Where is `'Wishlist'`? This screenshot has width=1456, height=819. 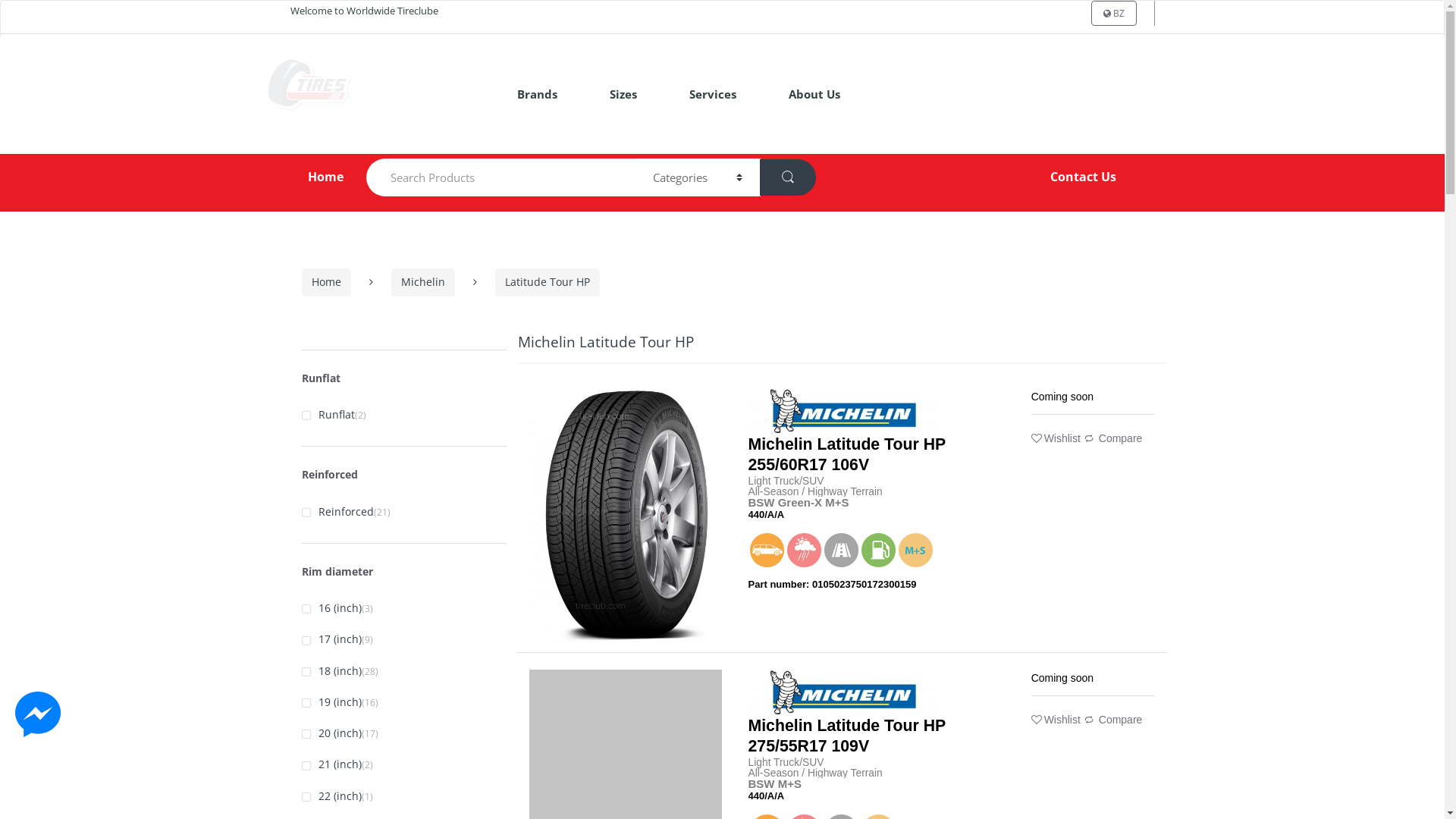
'Wishlist' is located at coordinates (1055, 438).